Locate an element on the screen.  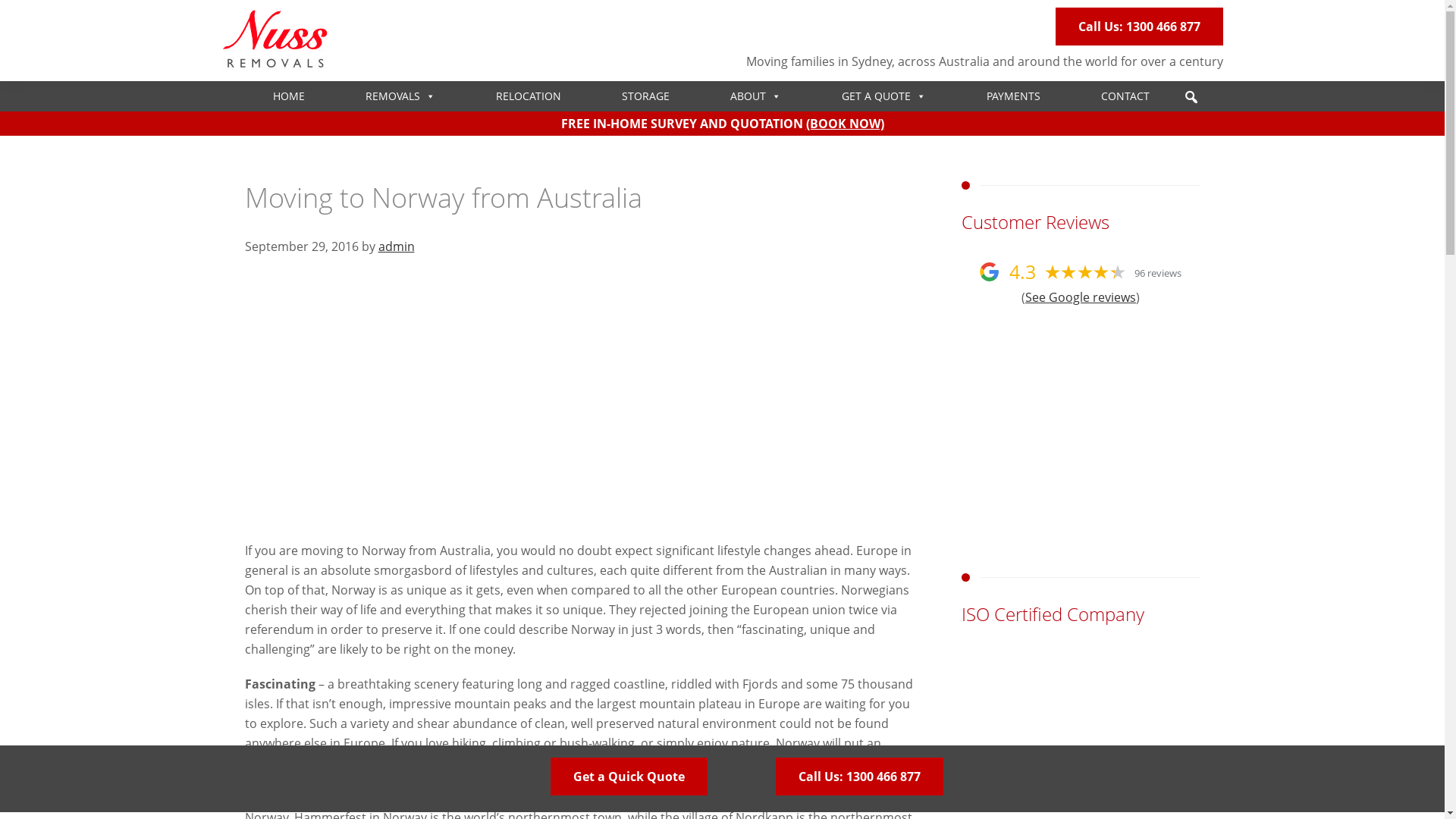
'Skip to primary navigation' is located at coordinates (0, 0).